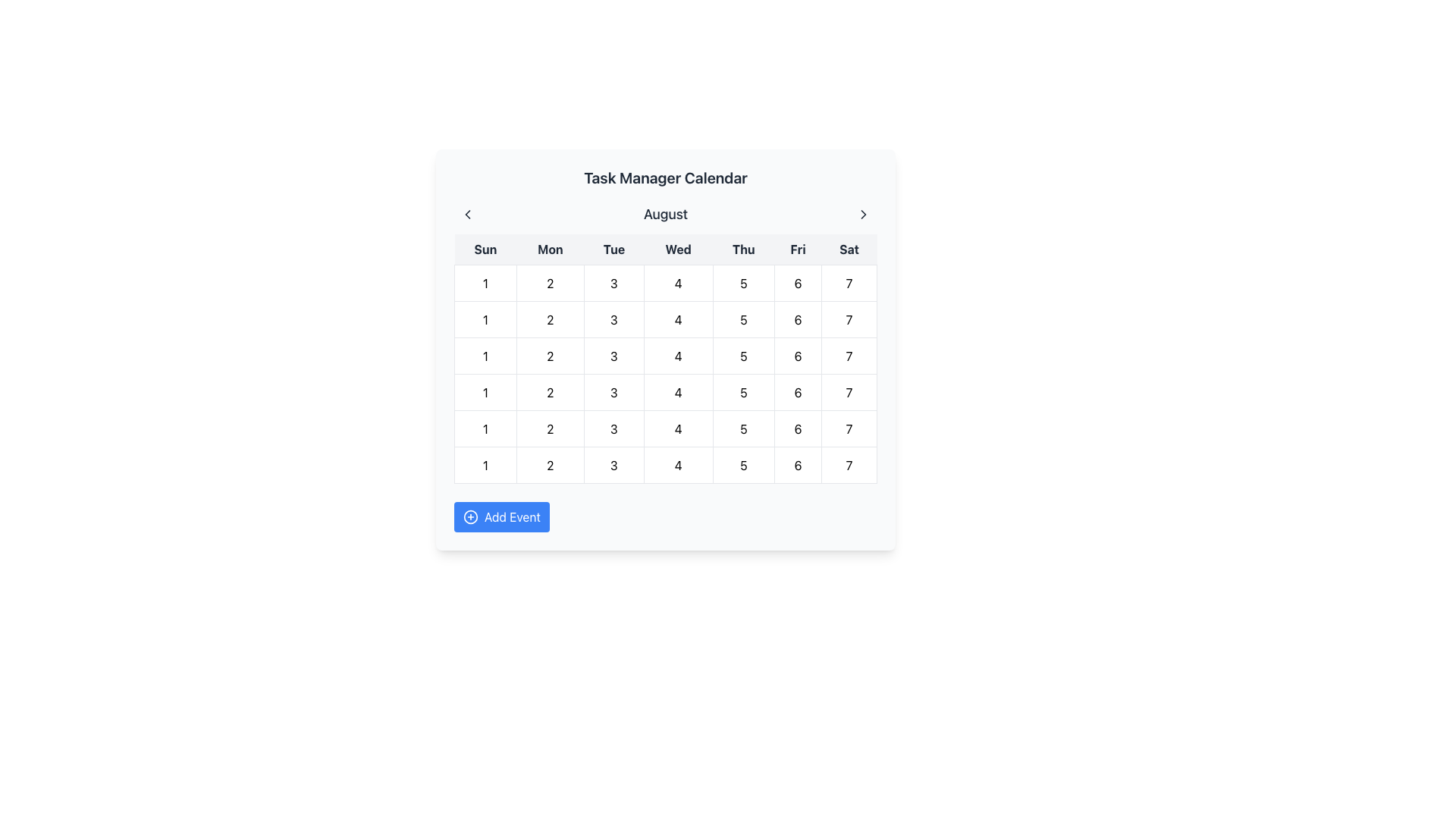 This screenshot has width=1456, height=819. Describe the element at coordinates (743, 428) in the screenshot. I see `the static text displaying the number '5' in the calendar grid, located in the fourth row and fifth column of the August calendar view` at that location.